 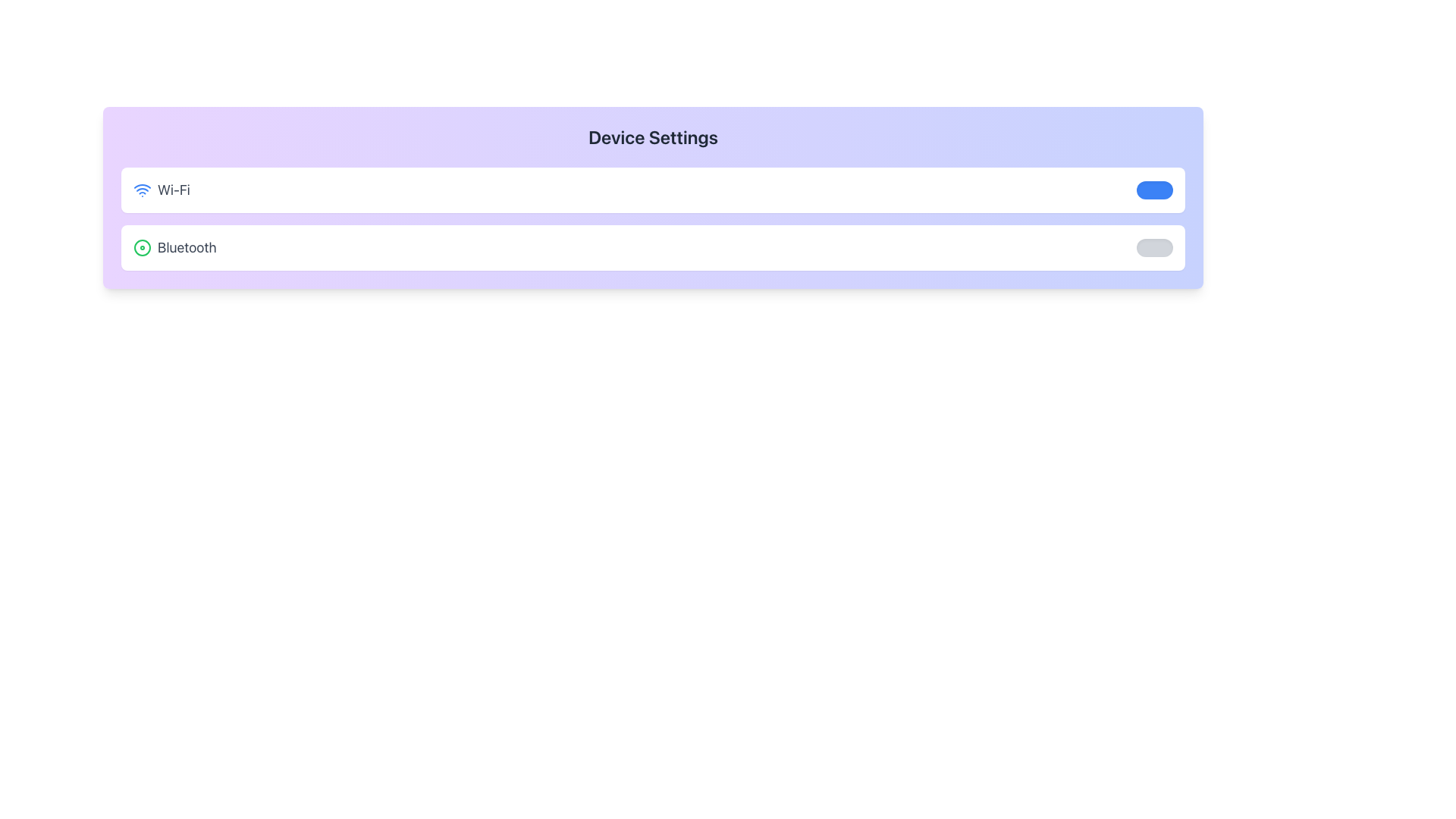 I want to click on the Bluetooth settings toggle, which is the second item in the list below the Wi-Fi section, so click(x=653, y=247).